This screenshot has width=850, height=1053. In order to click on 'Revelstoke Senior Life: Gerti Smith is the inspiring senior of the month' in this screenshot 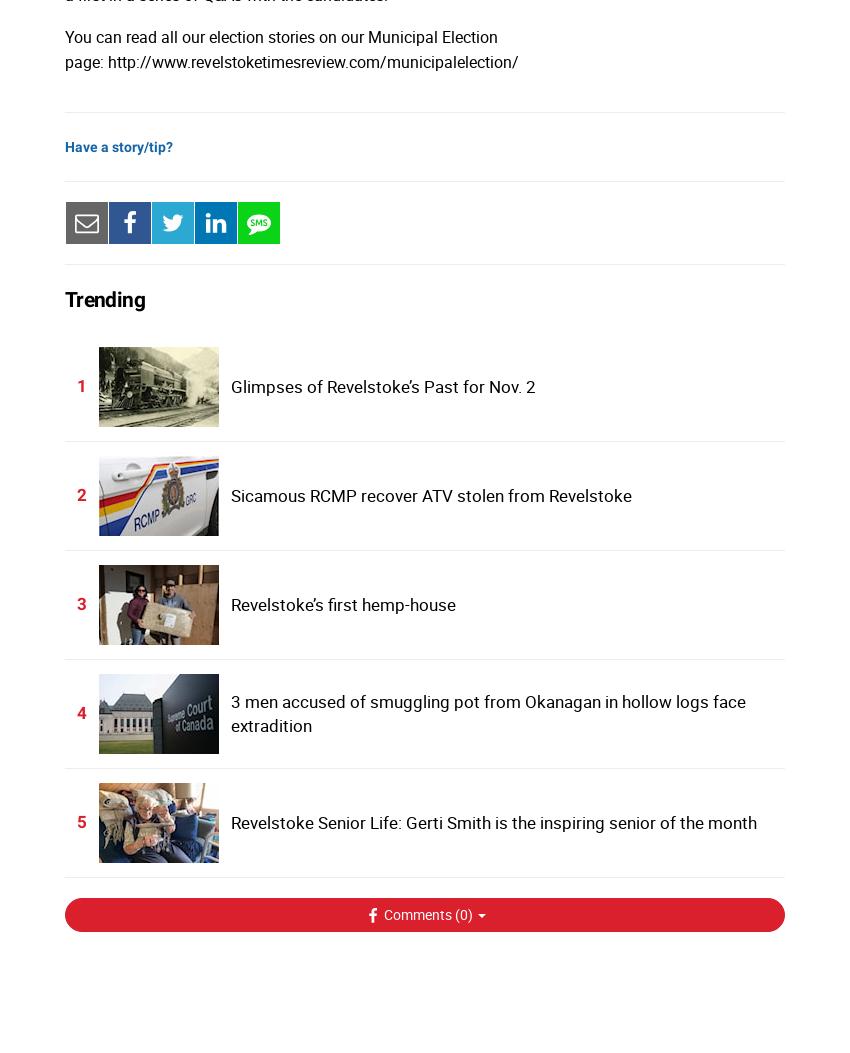, I will do `click(492, 820)`.